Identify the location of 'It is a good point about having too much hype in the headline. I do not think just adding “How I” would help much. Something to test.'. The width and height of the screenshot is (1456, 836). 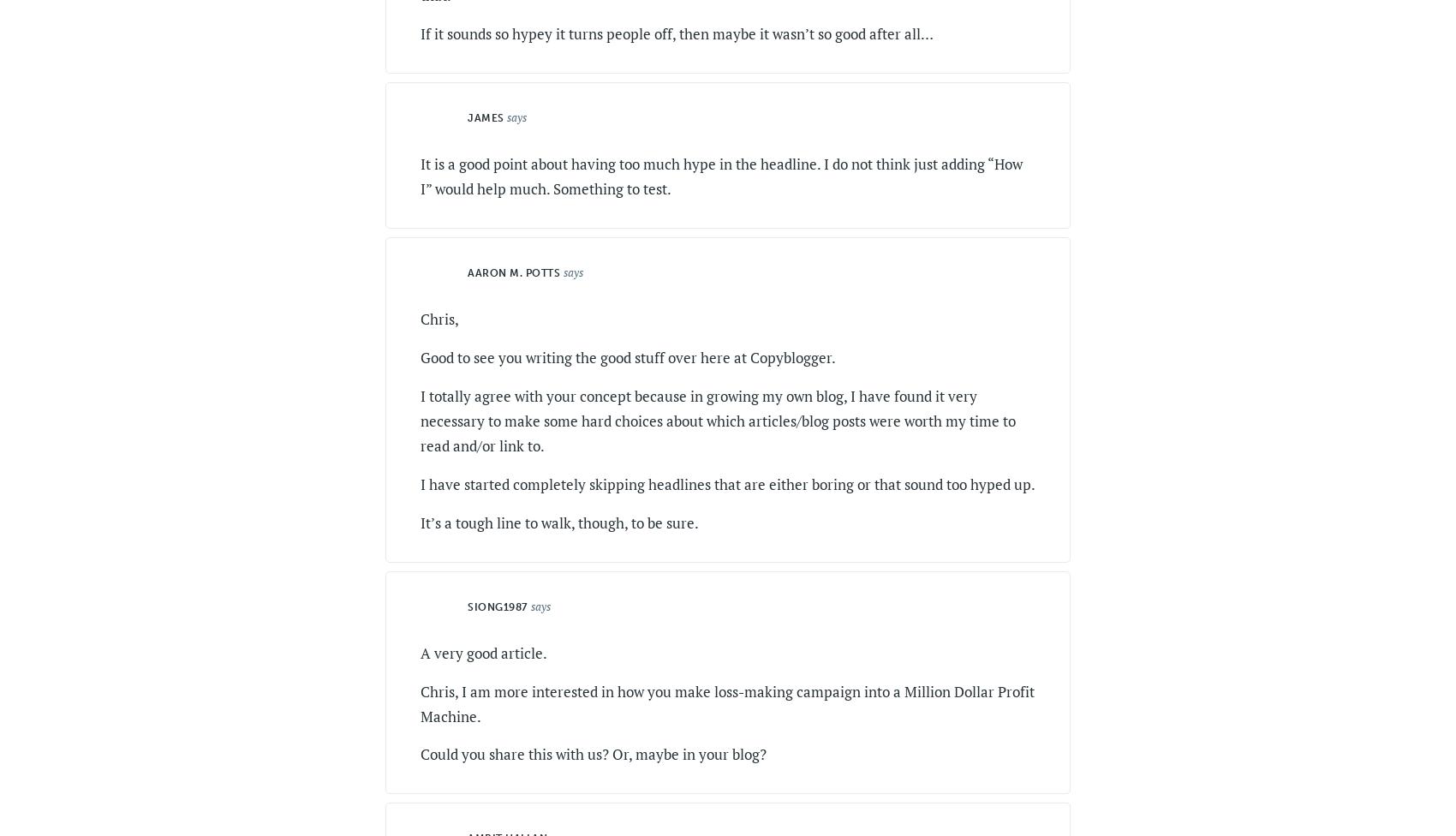
(720, 176).